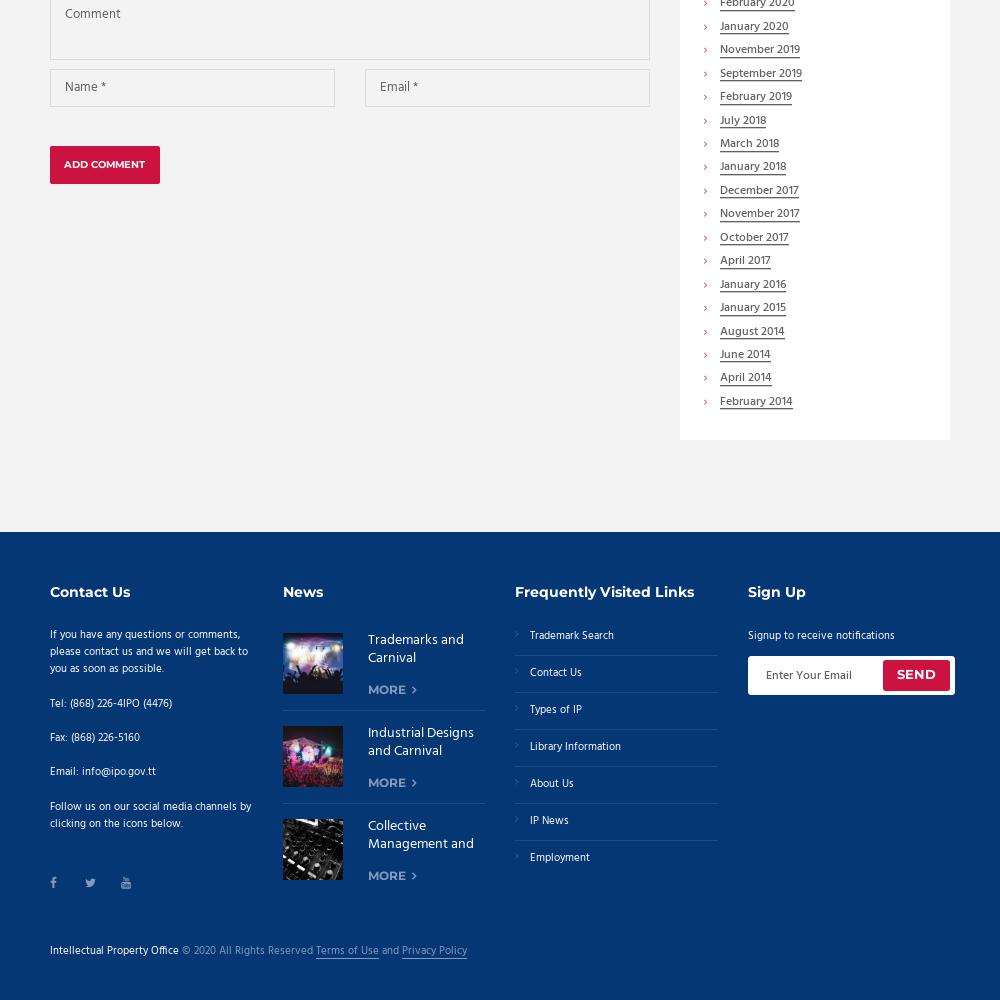  What do you see at coordinates (110, 702) in the screenshot?
I see `'Tel: (868) 226-4IPO (4476)'` at bounding box center [110, 702].